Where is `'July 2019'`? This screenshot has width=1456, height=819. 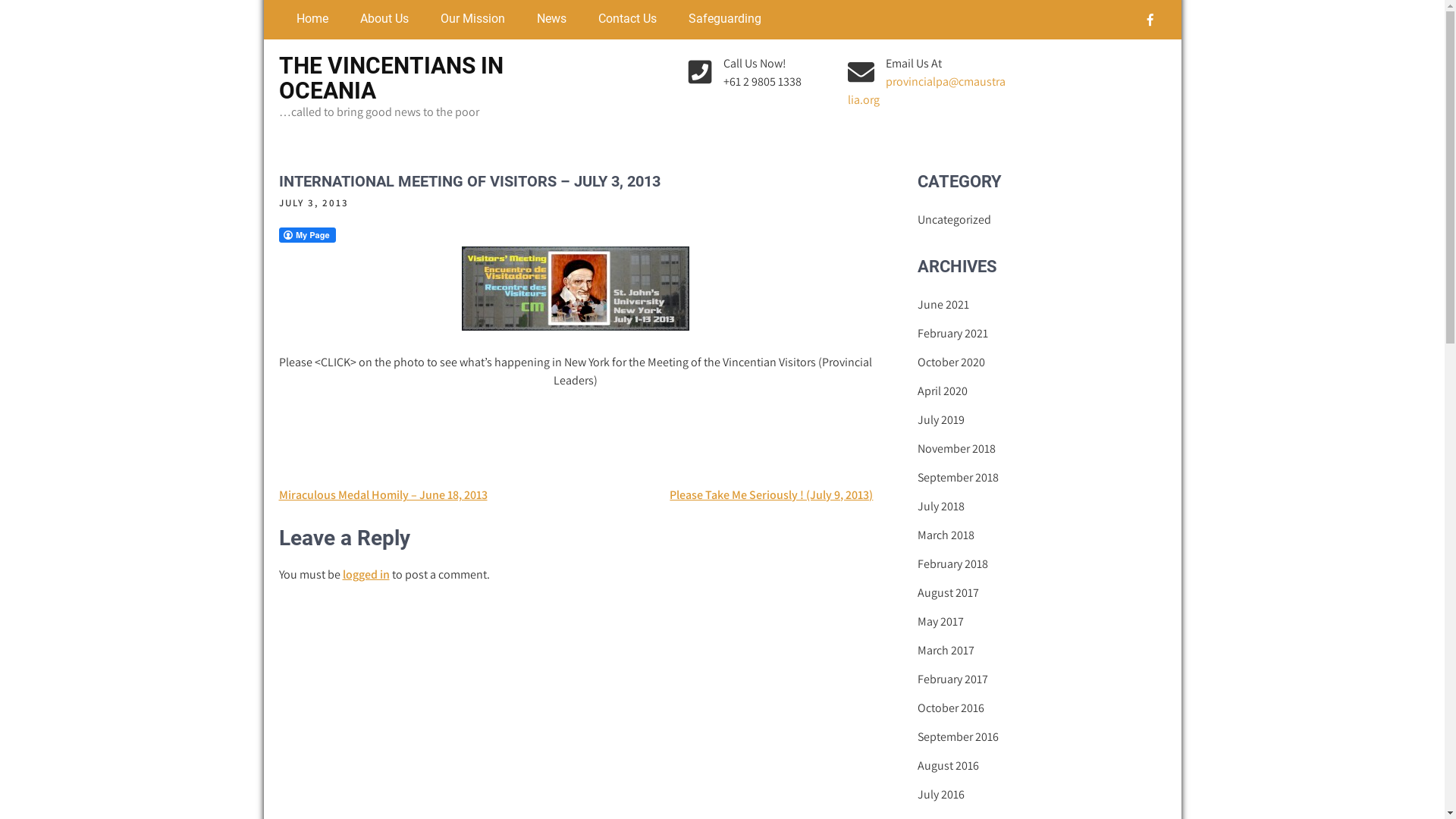 'July 2019' is located at coordinates (940, 420).